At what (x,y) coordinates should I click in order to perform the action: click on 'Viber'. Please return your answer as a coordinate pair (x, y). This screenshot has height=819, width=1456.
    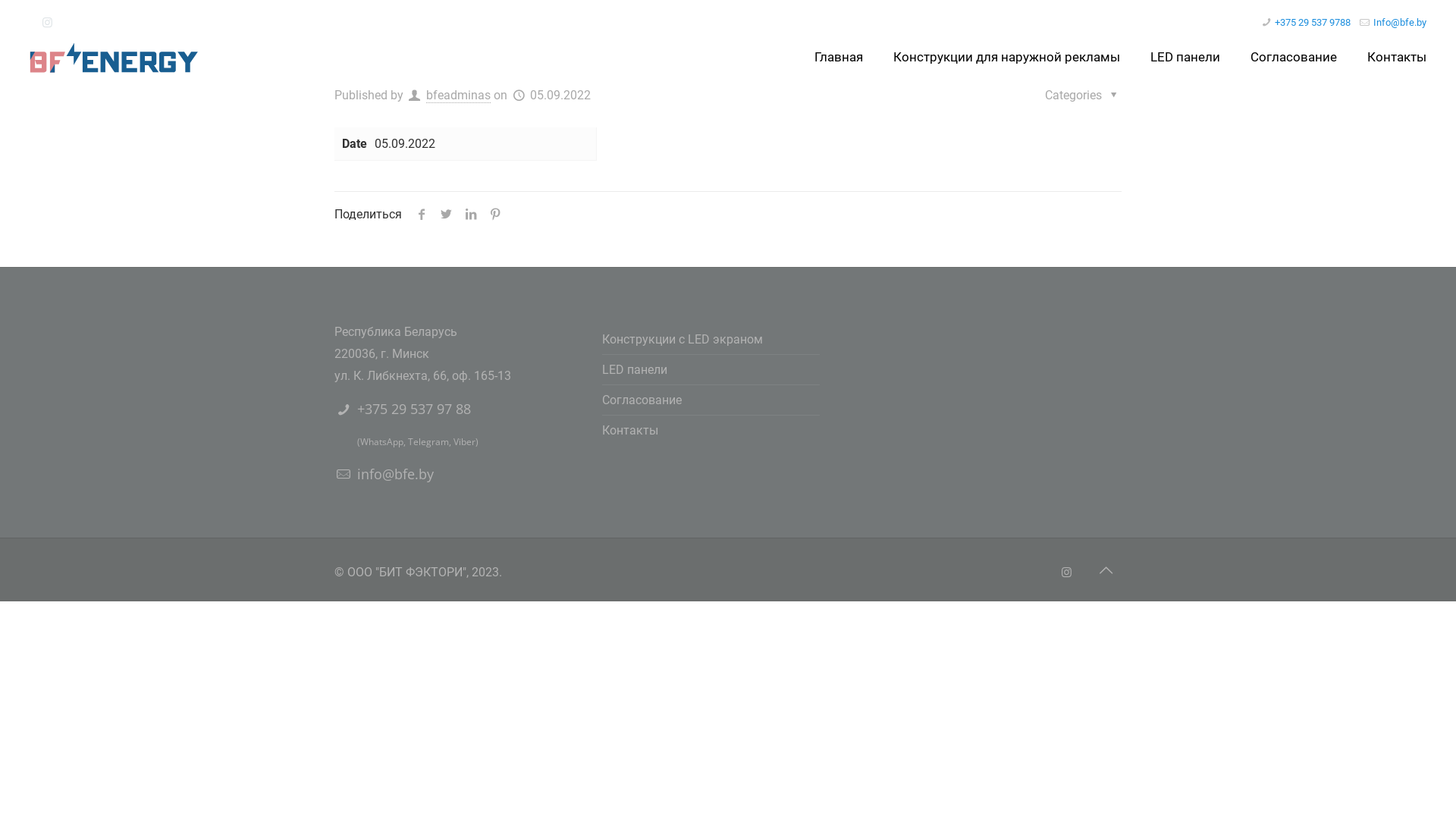
    Looking at the image, I should click on (463, 441).